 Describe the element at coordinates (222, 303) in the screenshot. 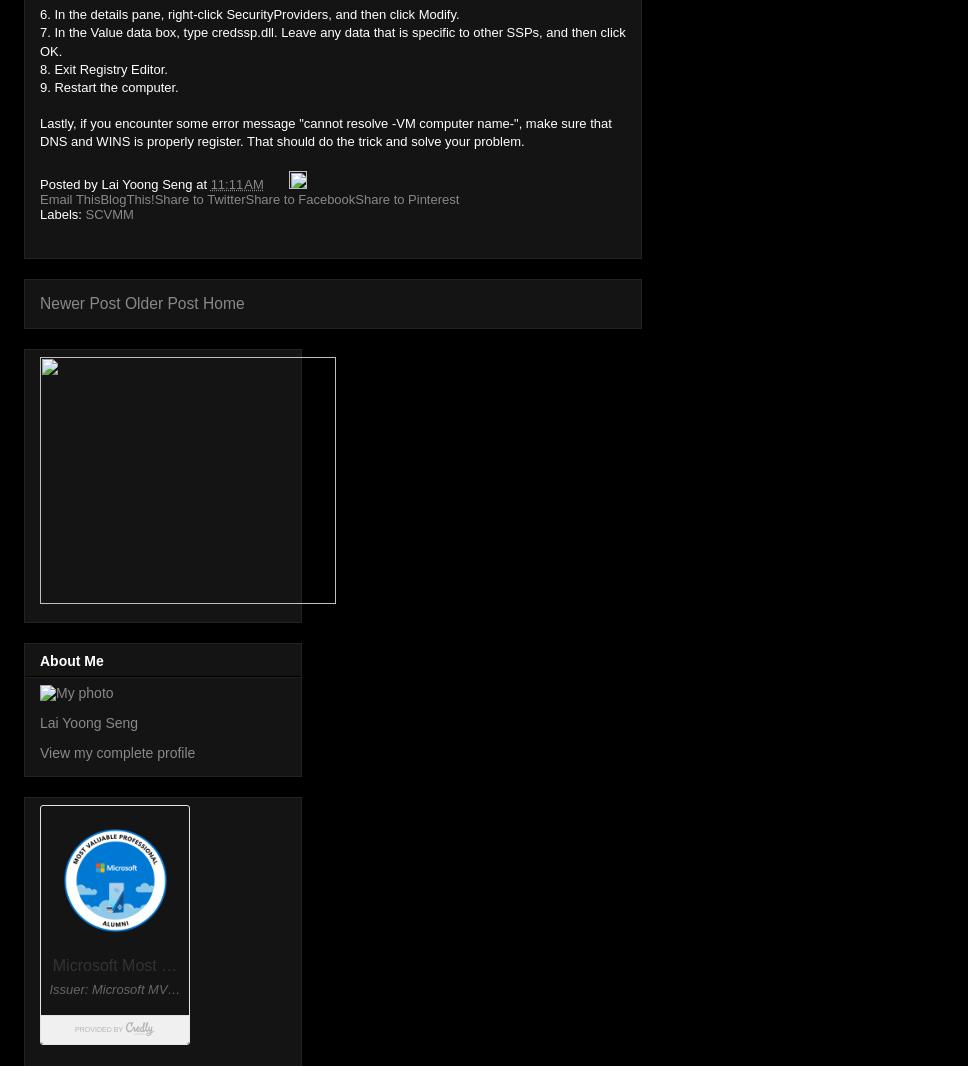

I see `'Home'` at that location.